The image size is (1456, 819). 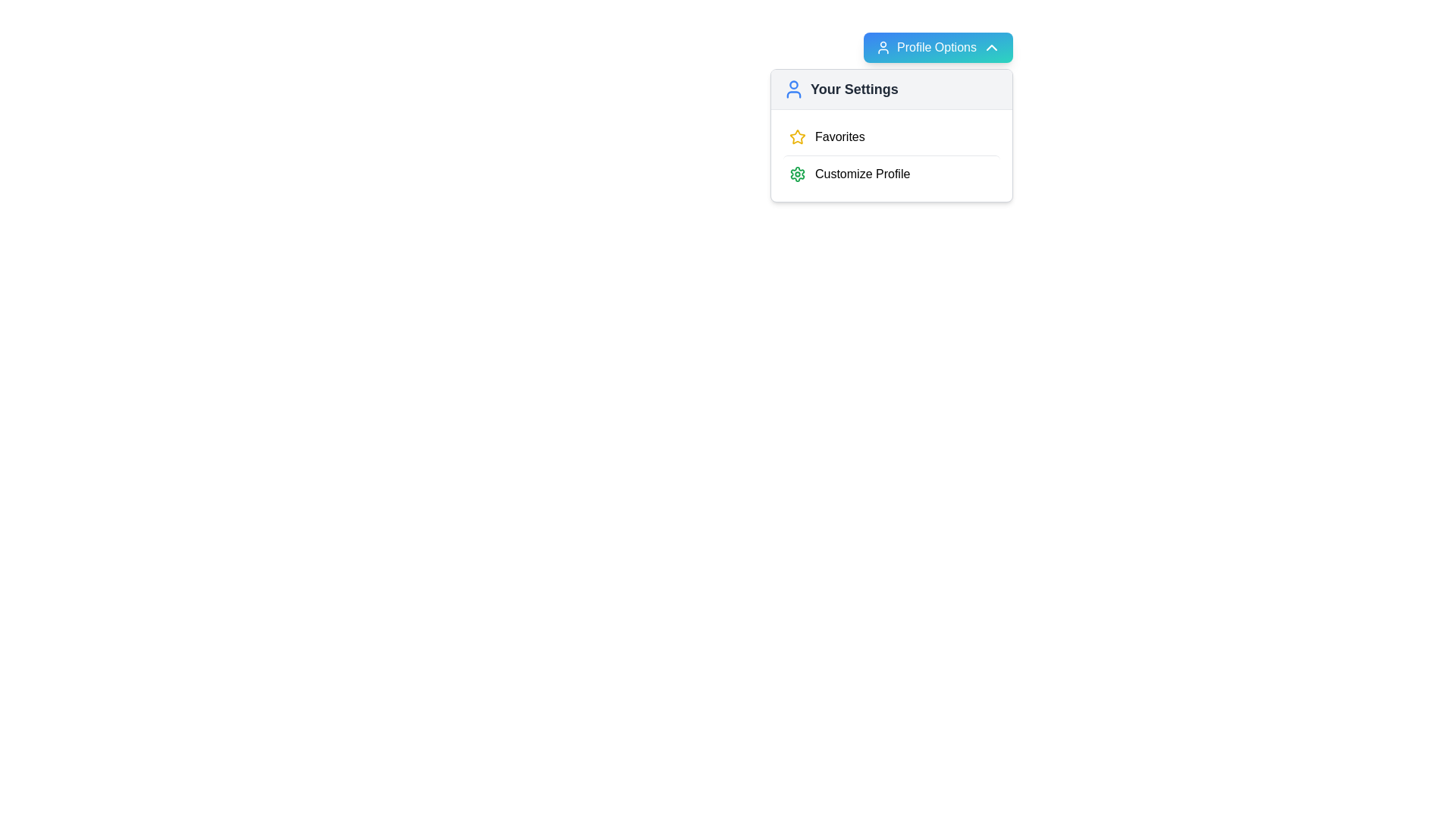 I want to click on the user outline icon, which is styled in bold blue color and positioned to the left of the 'Your Settings' text, so click(x=792, y=89).